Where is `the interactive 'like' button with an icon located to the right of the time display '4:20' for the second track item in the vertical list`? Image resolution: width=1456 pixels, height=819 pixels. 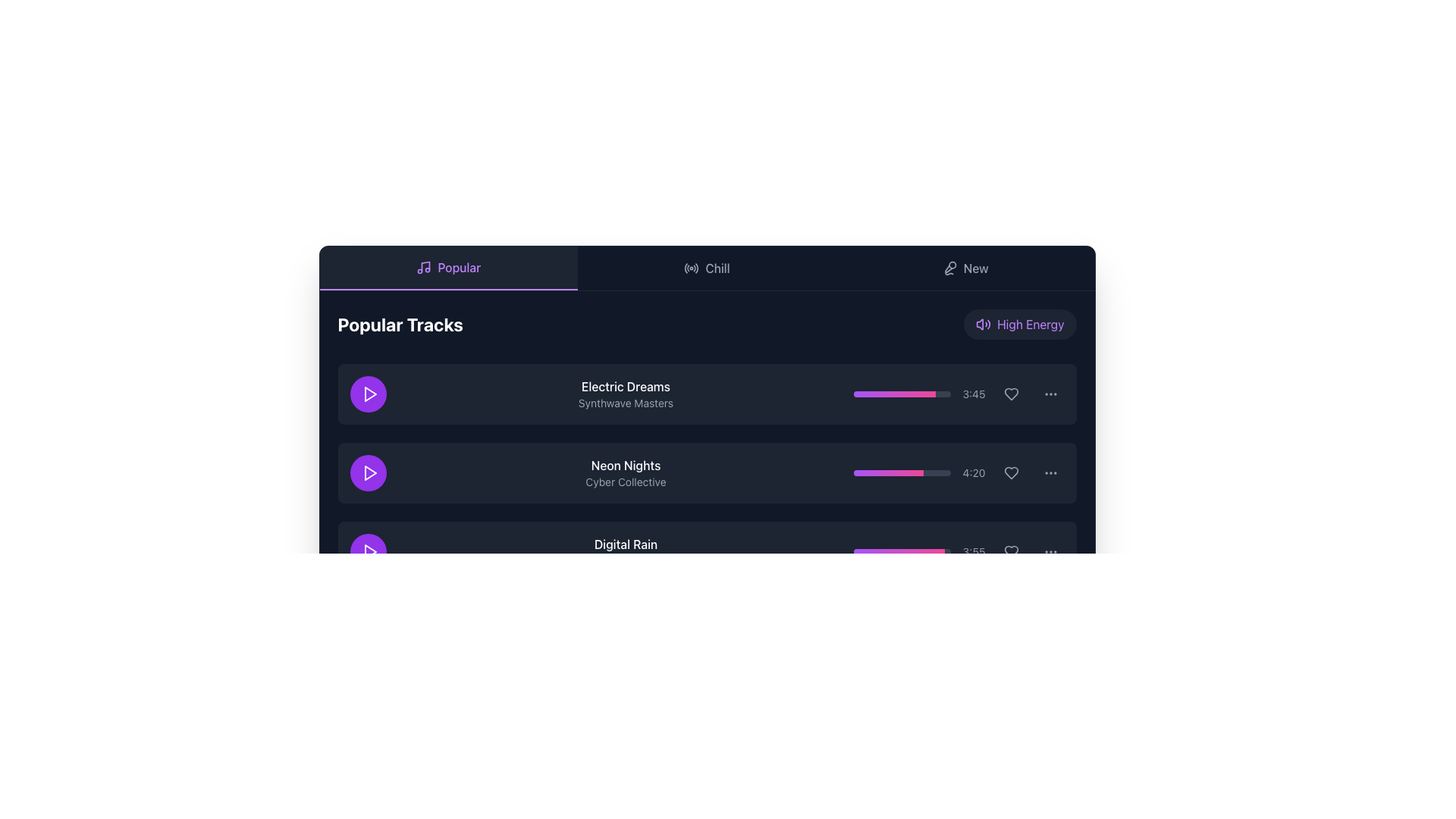 the interactive 'like' button with an icon located to the right of the time display '4:20' for the second track item in the vertical list is located at coordinates (1011, 472).